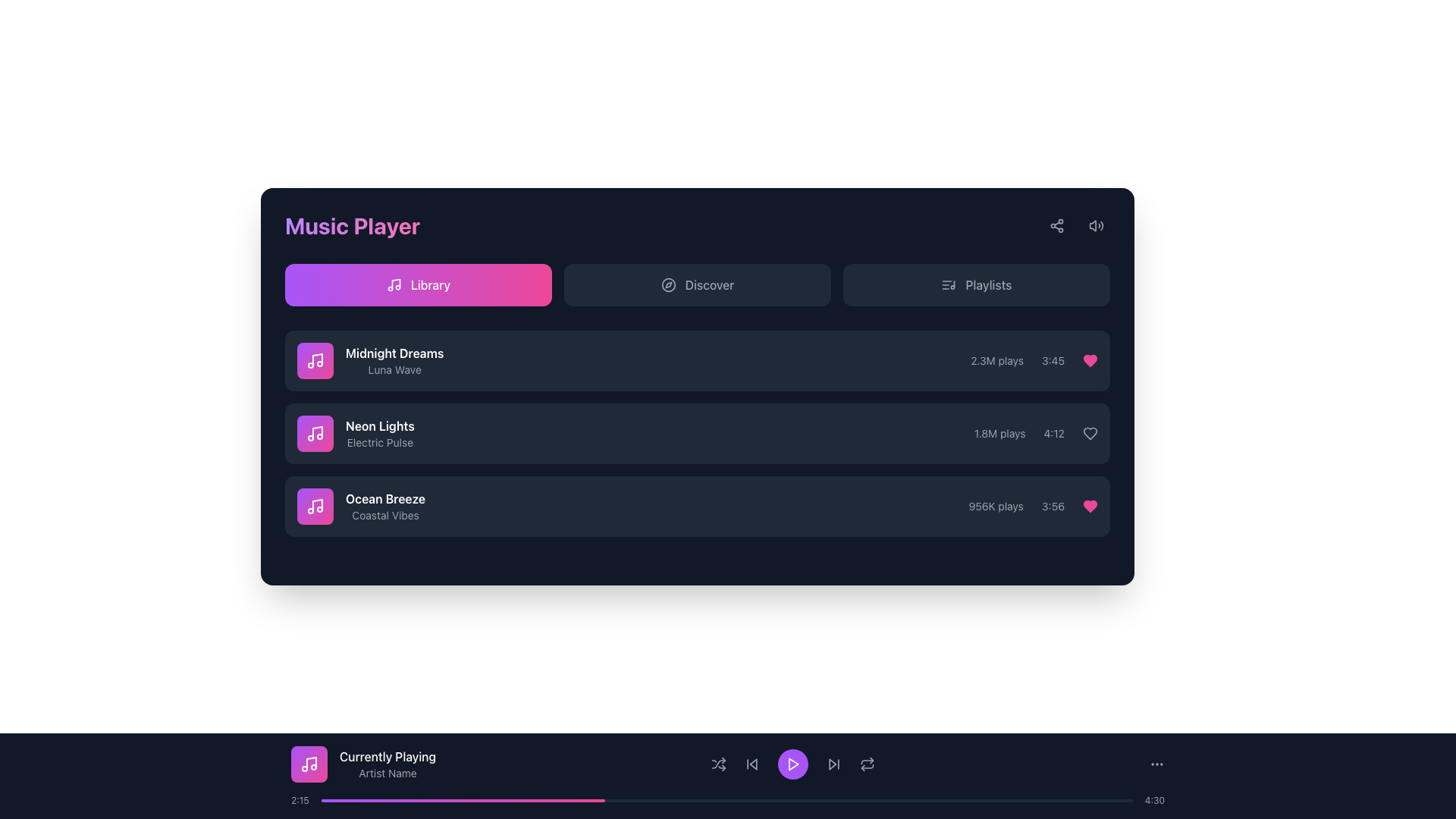 This screenshot has height=819, width=1456. Describe the element at coordinates (309, 764) in the screenshot. I see `the decorative music icon located in the lower player bar, left of the 'Currently Playing' text and track's artist name` at that location.